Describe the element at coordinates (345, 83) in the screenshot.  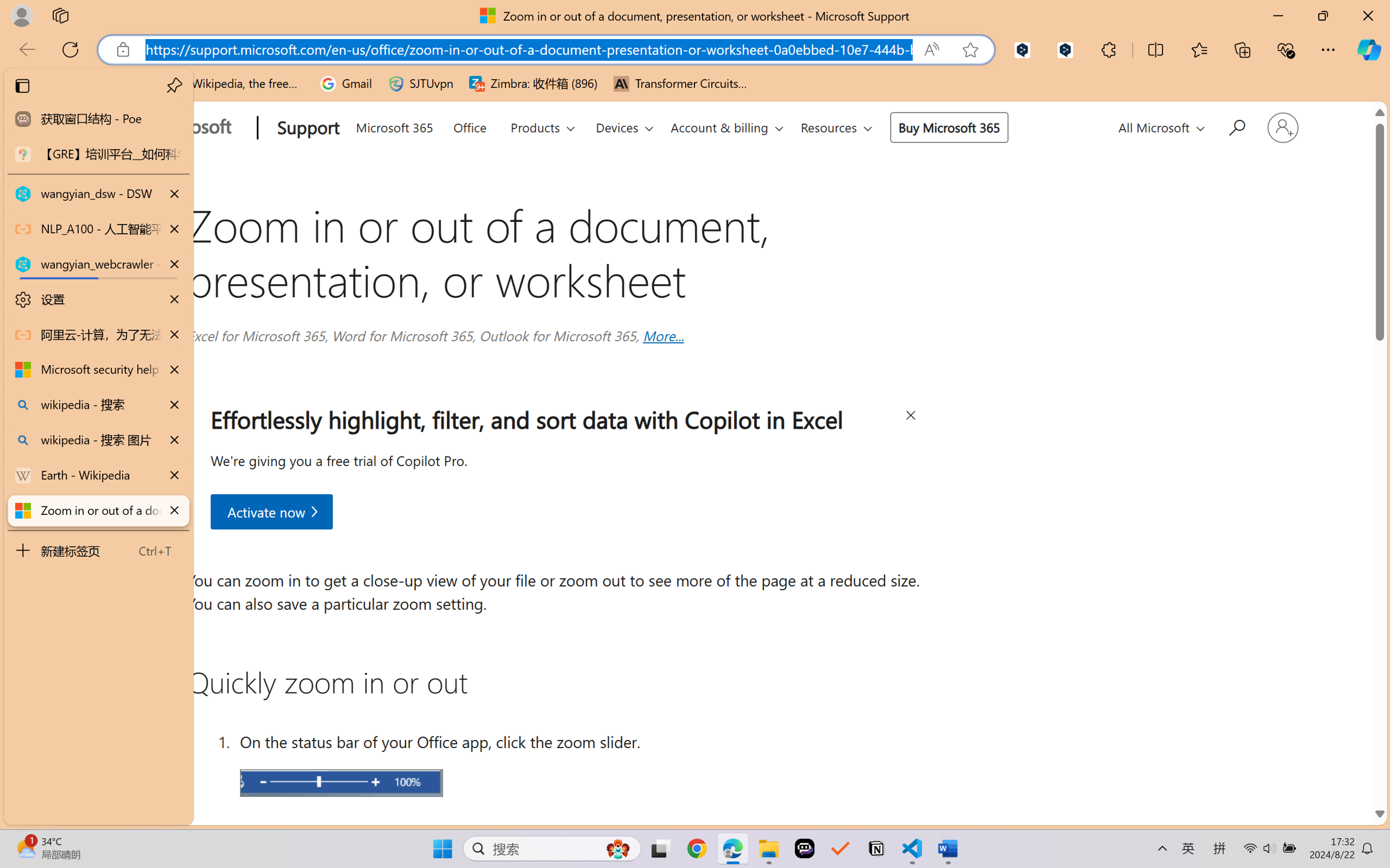
I see `'Gmail'` at that location.